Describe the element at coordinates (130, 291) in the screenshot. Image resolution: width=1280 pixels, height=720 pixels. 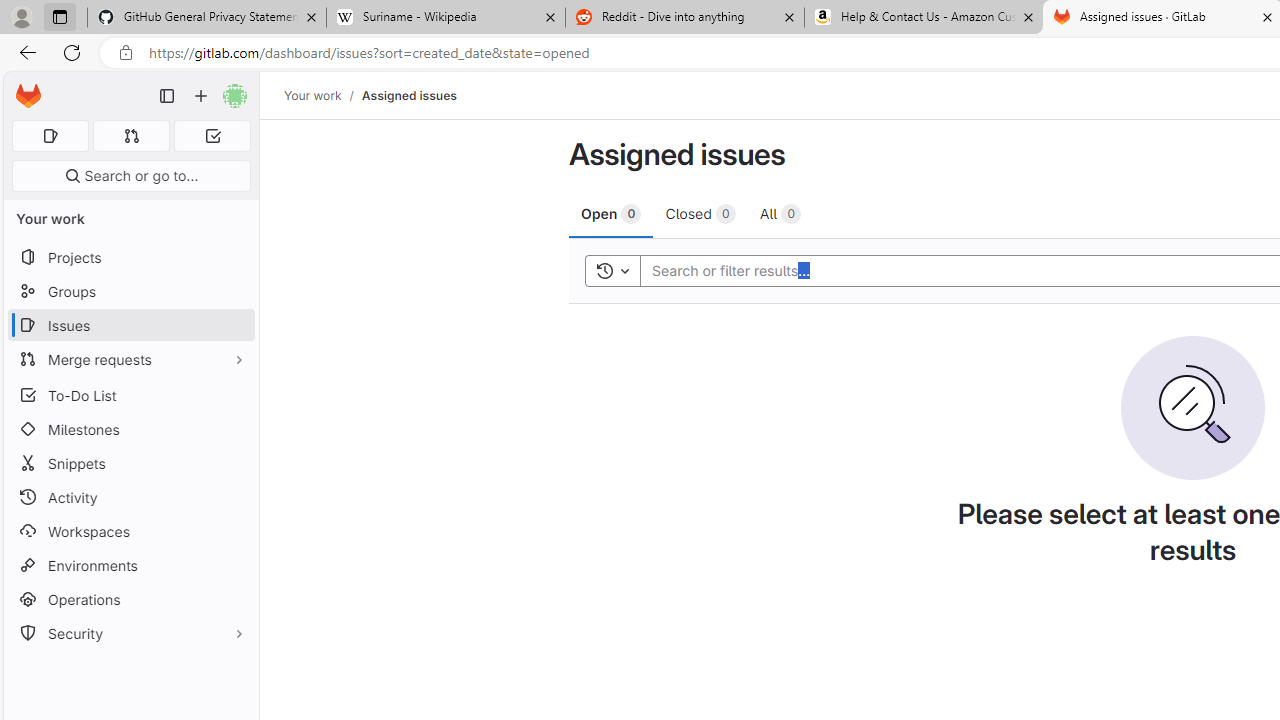
I see `'Groups'` at that location.